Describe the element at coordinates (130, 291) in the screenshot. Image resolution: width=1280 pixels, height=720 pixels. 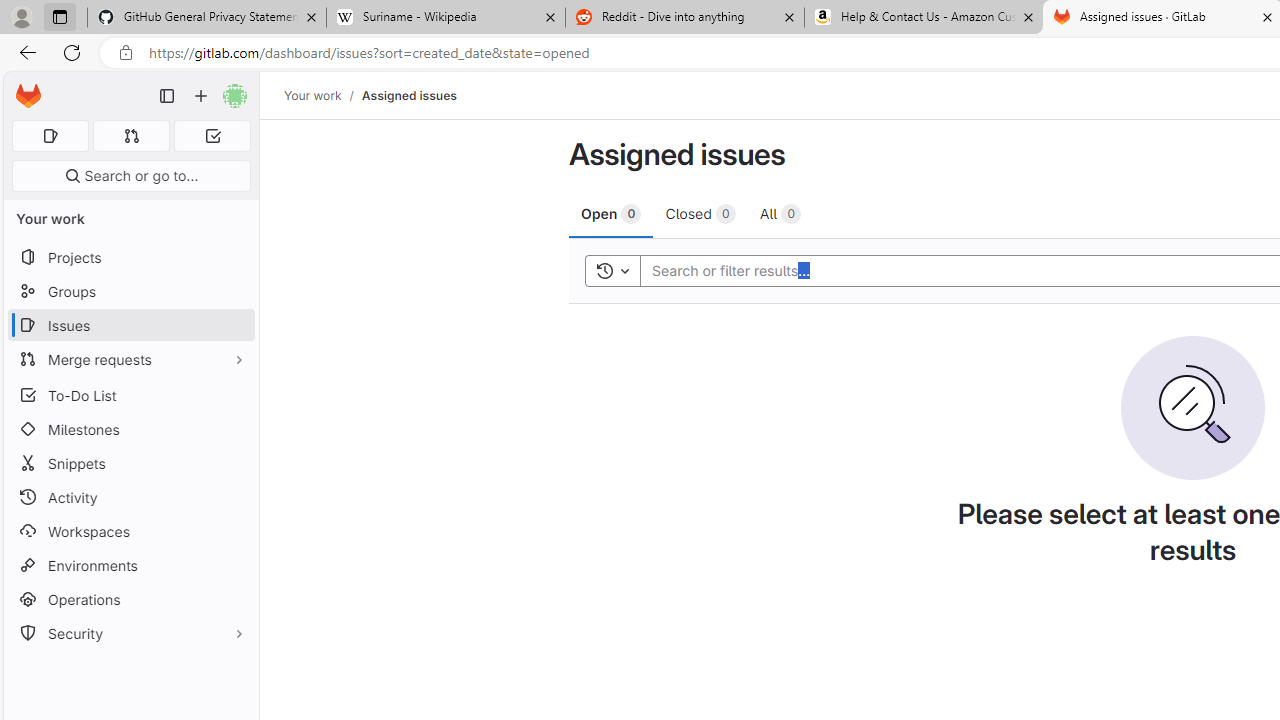
I see `'Groups'` at that location.